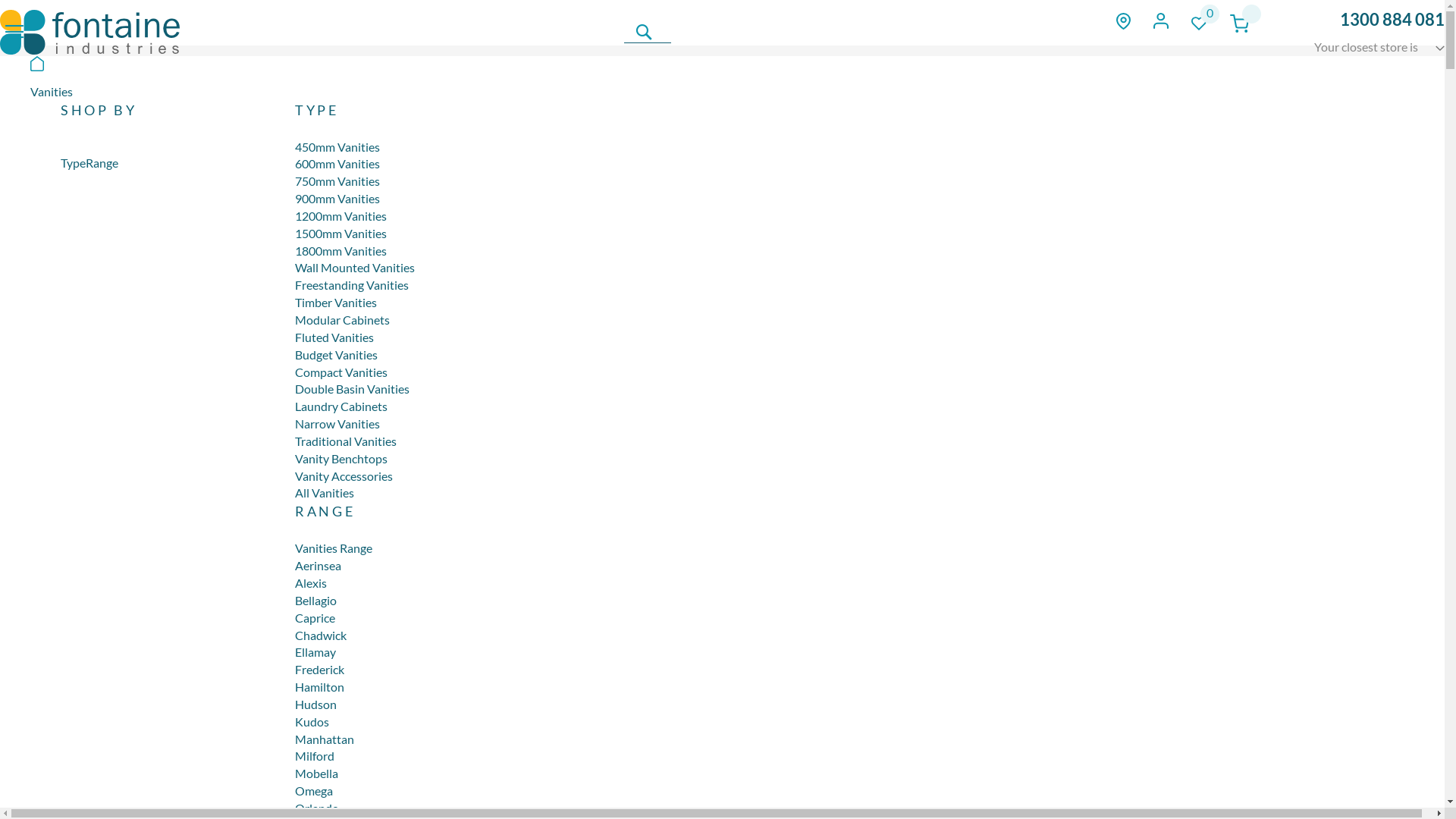 The image size is (1456, 819). What do you see at coordinates (315, 807) in the screenshot?
I see `'Orlando'` at bounding box center [315, 807].